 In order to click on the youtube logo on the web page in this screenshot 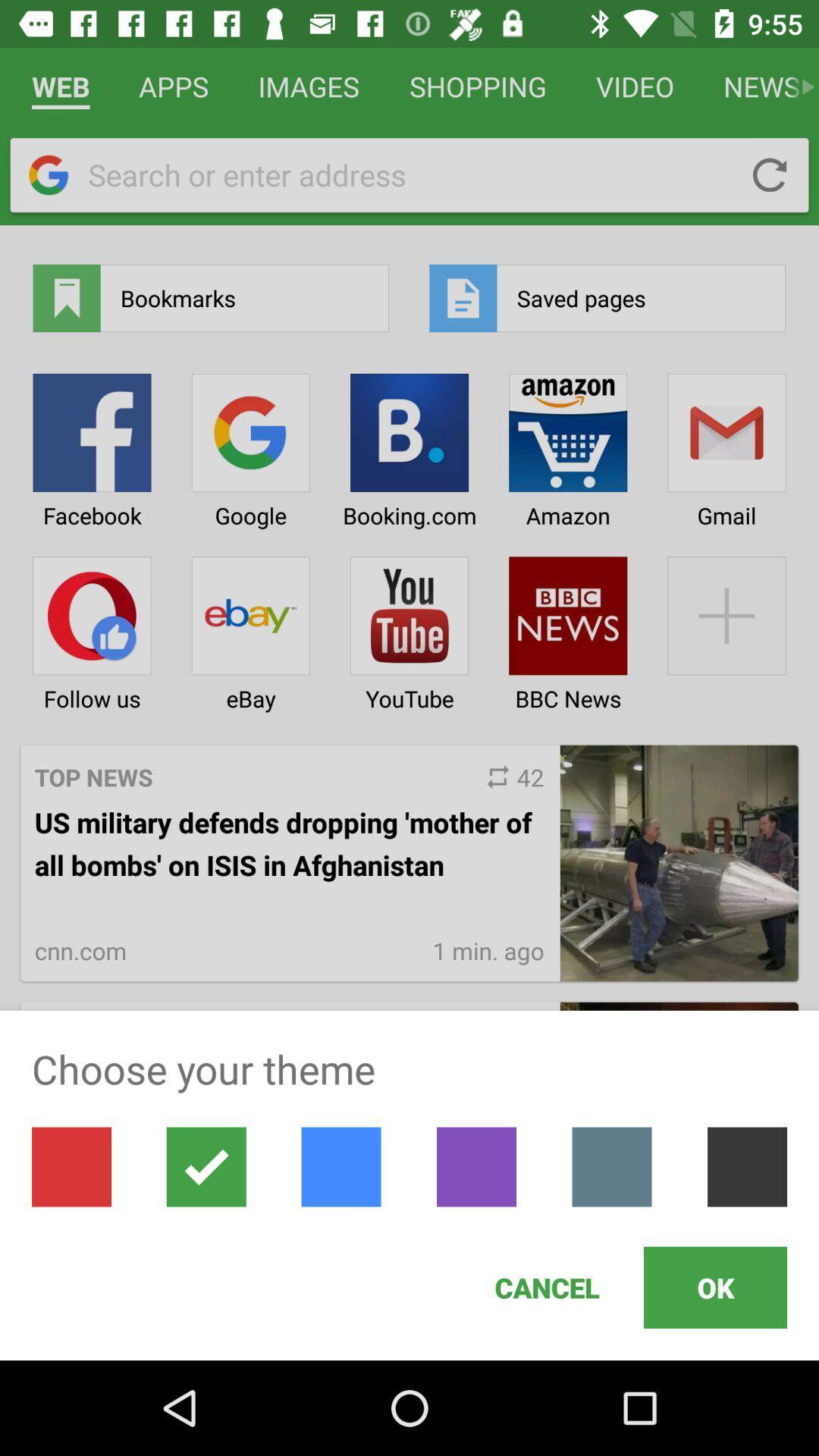, I will do `click(409, 629)`.